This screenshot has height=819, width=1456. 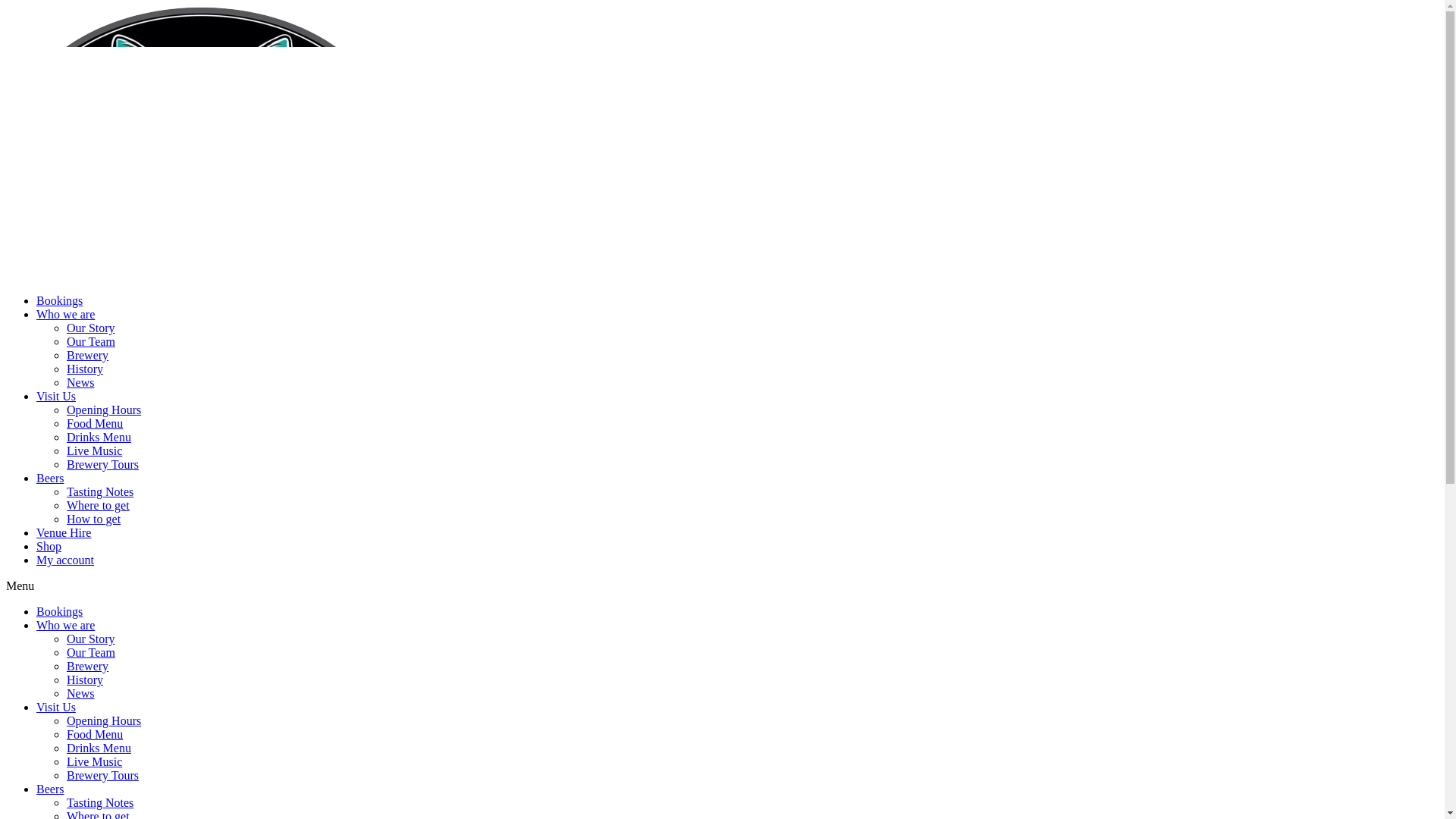 What do you see at coordinates (64, 560) in the screenshot?
I see `'My account'` at bounding box center [64, 560].